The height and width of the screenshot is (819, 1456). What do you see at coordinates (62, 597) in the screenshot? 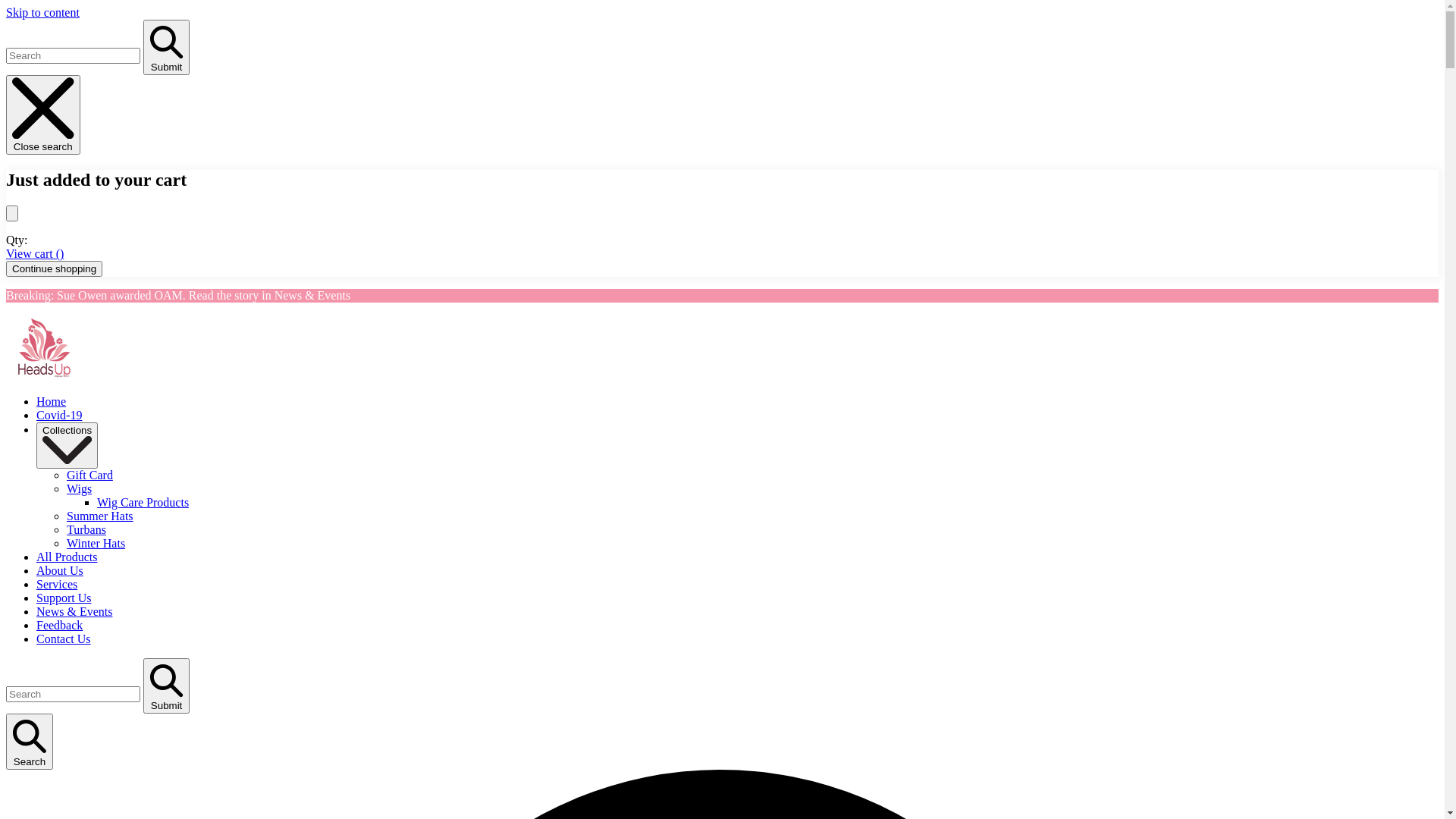
I see `'Support Us'` at bounding box center [62, 597].